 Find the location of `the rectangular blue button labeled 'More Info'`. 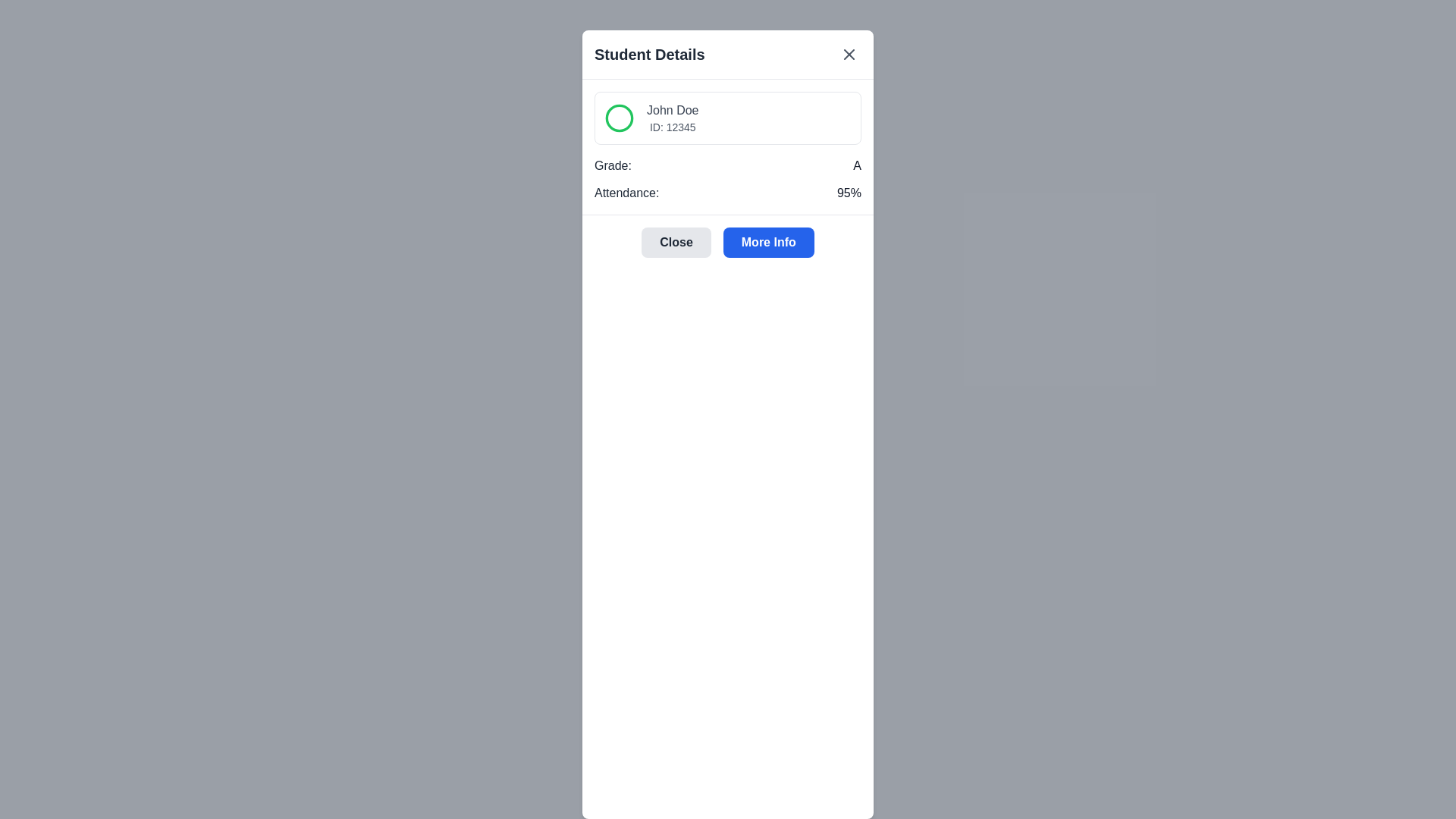

the rectangular blue button labeled 'More Info' is located at coordinates (768, 242).